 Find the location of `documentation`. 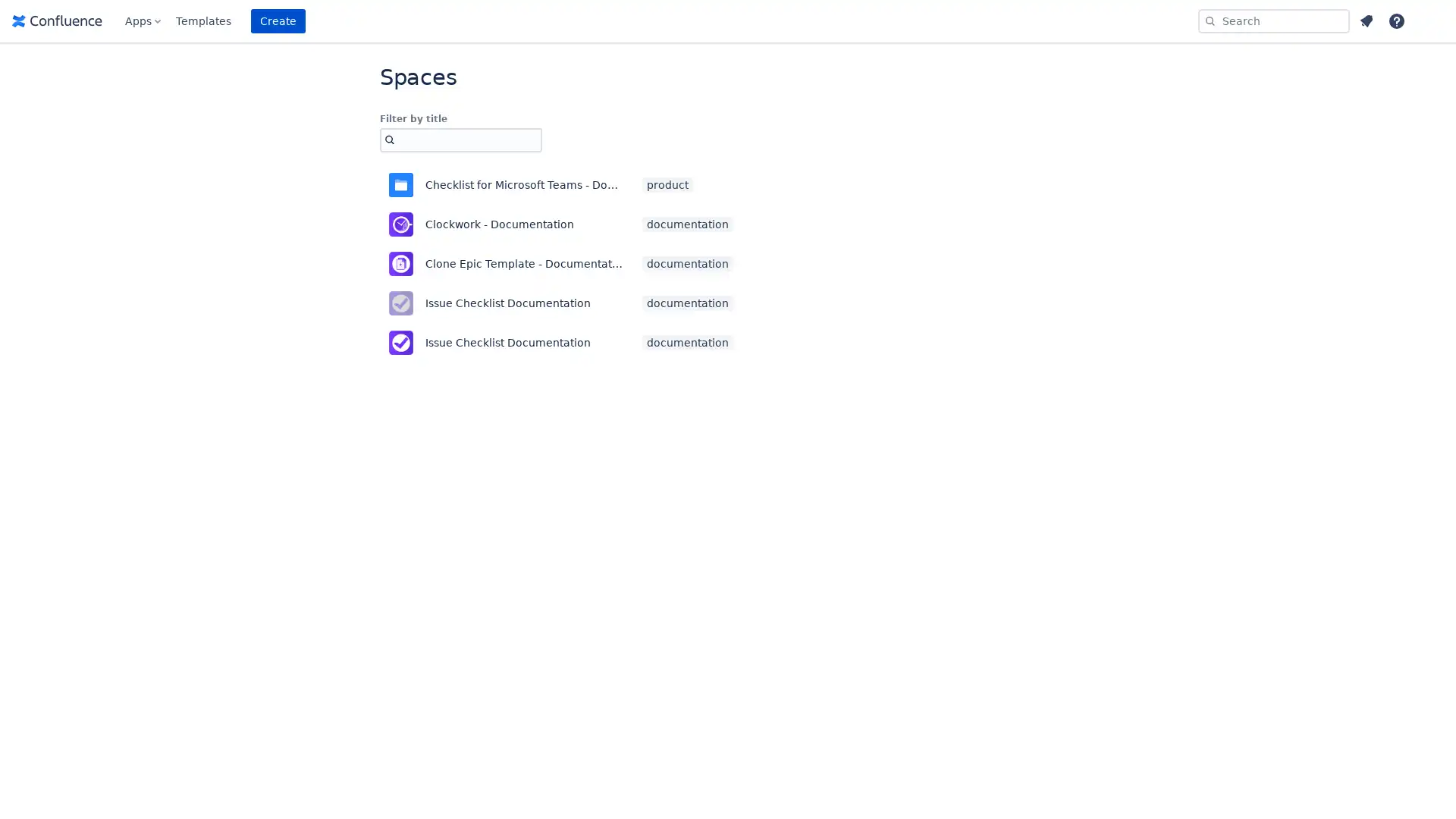

documentation is located at coordinates (687, 262).